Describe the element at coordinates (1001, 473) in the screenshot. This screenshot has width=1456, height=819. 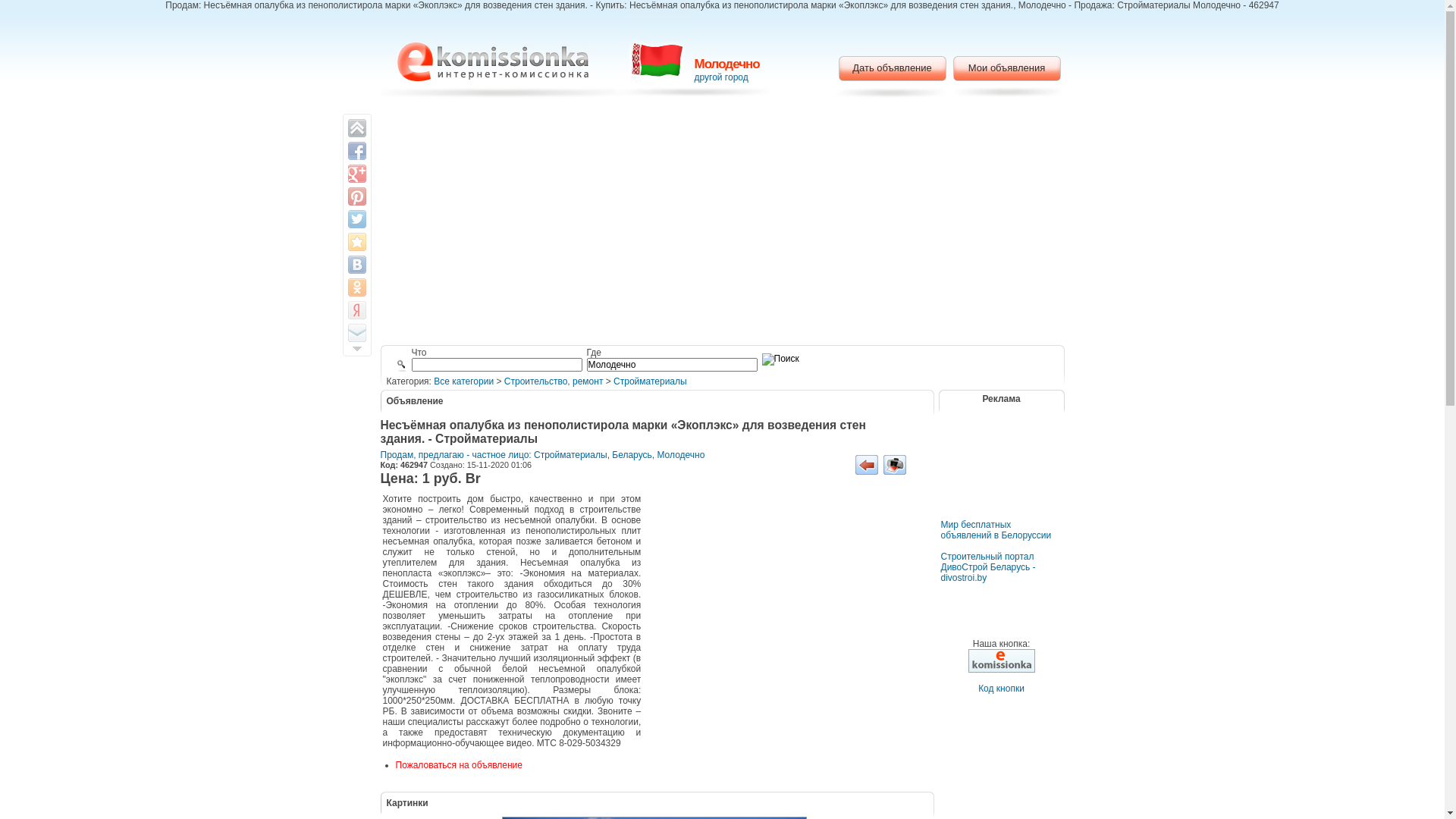
I see `'Advertisement'` at that location.